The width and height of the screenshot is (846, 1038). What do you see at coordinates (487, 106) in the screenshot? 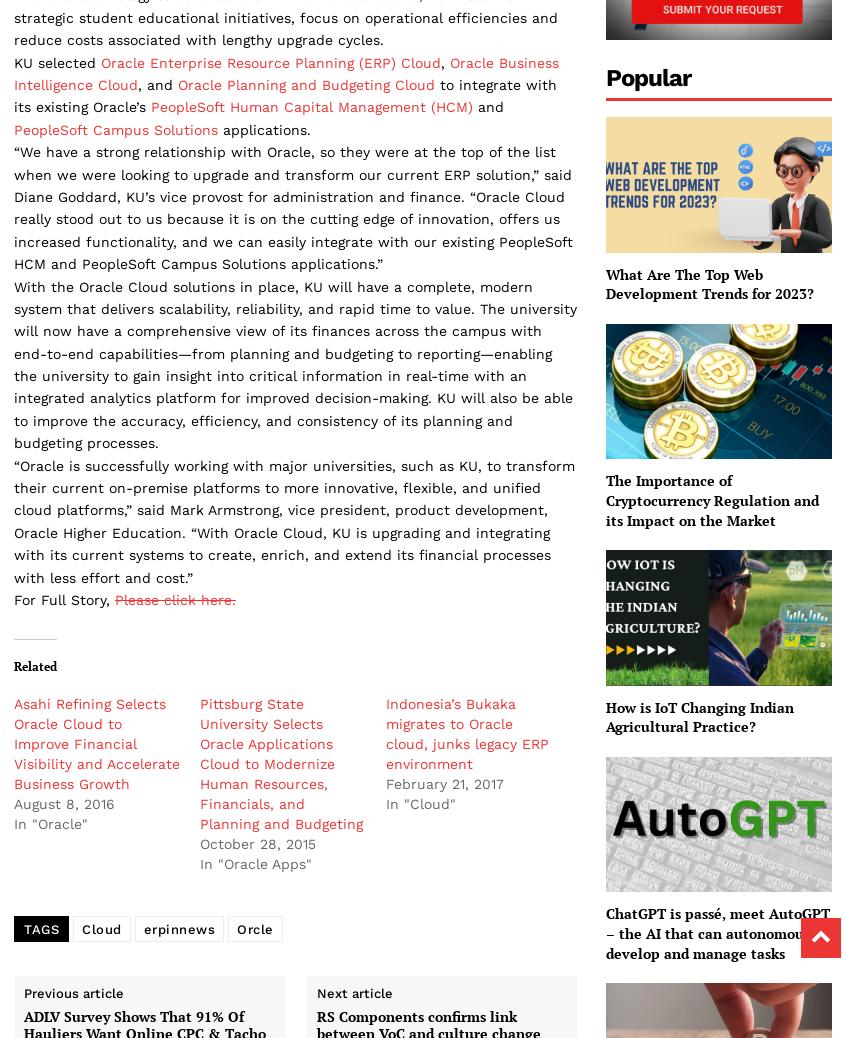
I see `'and'` at bounding box center [487, 106].